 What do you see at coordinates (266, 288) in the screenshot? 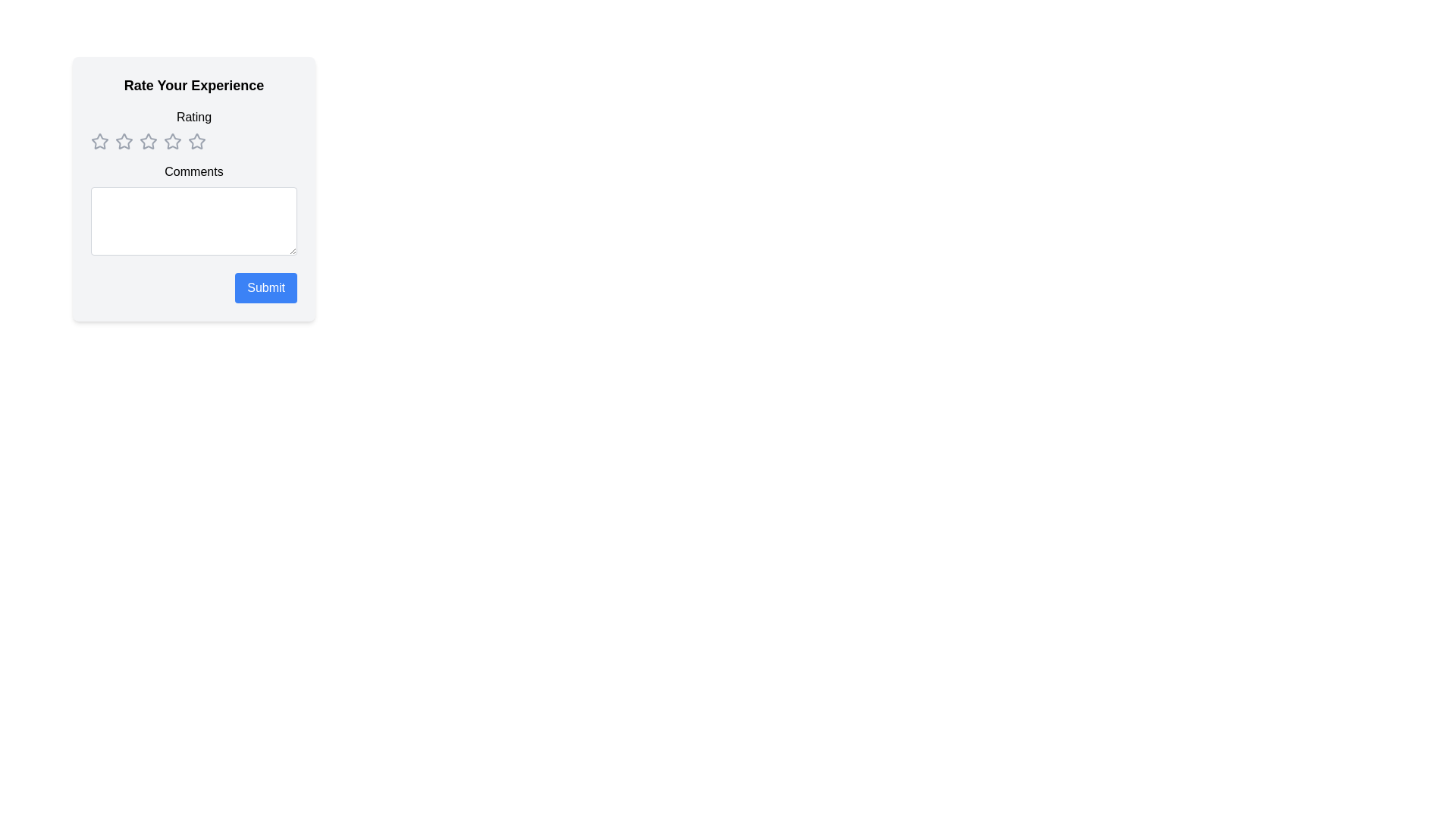
I see `the 'Submit' button located at the bottom-right corner of the 'Rate Your Experience' section` at bounding box center [266, 288].